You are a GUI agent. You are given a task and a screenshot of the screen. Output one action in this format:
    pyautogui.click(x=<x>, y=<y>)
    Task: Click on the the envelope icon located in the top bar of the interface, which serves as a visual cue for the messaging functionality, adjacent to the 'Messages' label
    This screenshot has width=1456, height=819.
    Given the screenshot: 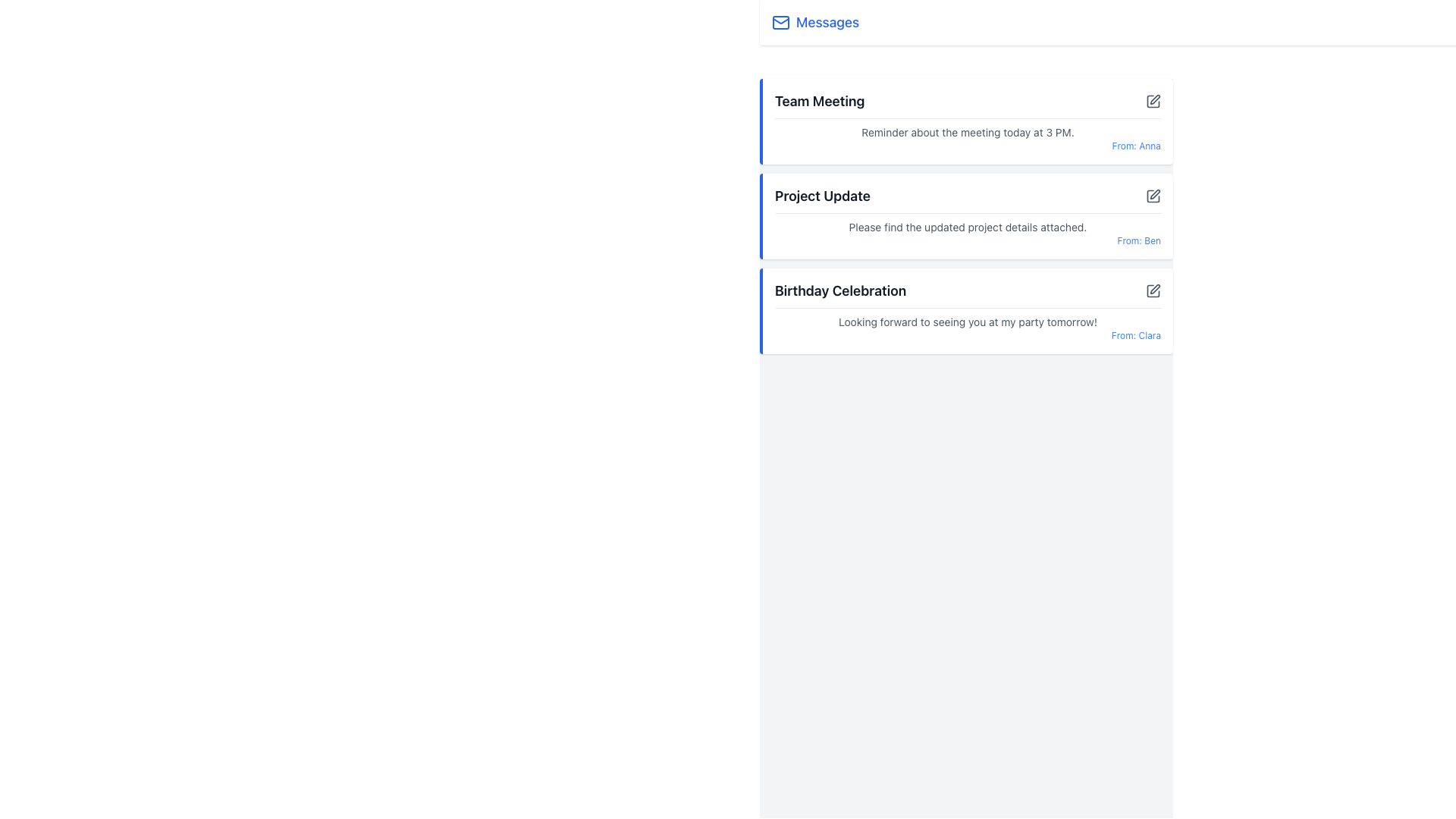 What is the action you would take?
    pyautogui.click(x=781, y=23)
    